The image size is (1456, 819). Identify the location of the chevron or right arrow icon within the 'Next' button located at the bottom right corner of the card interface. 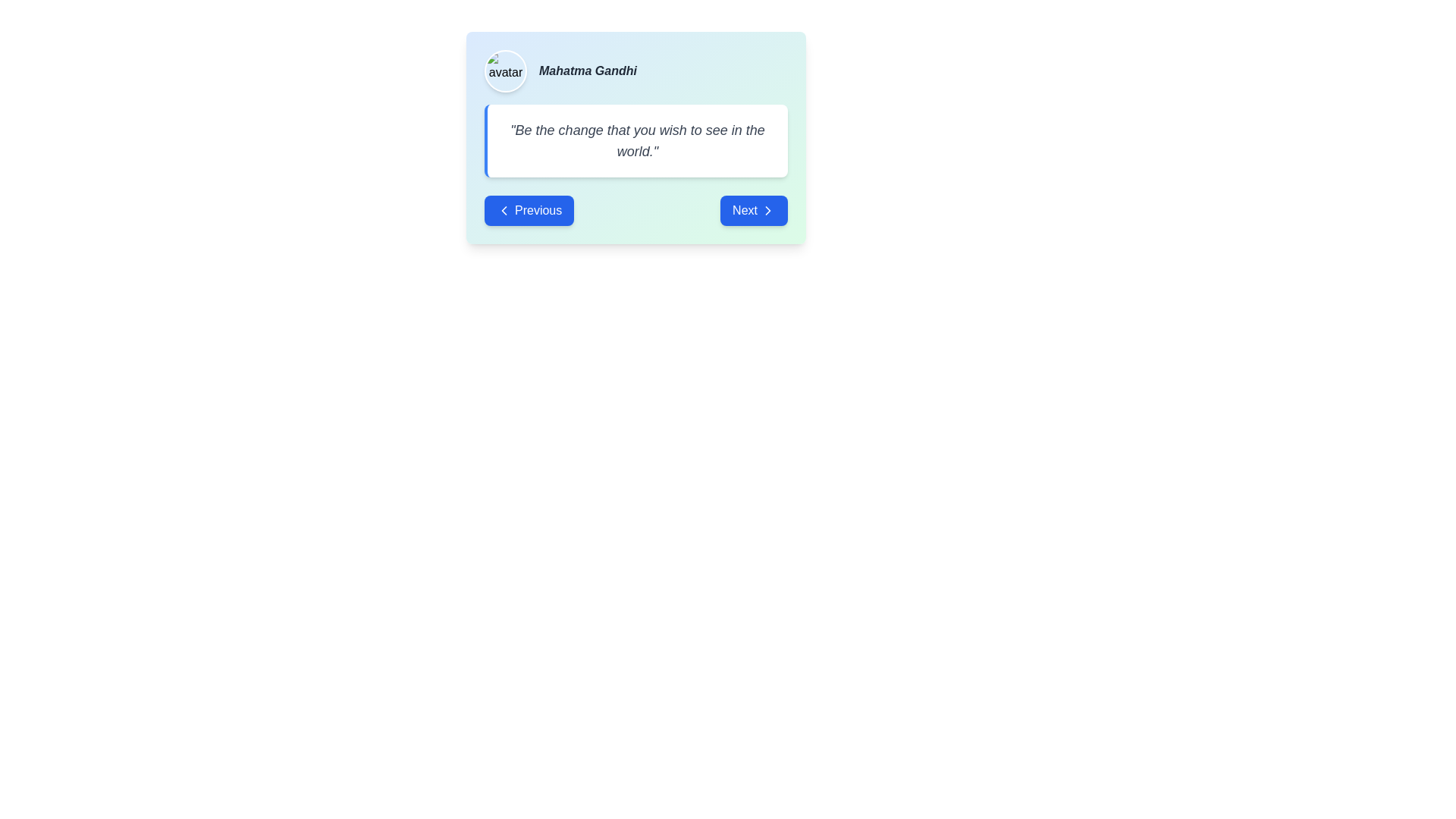
(767, 210).